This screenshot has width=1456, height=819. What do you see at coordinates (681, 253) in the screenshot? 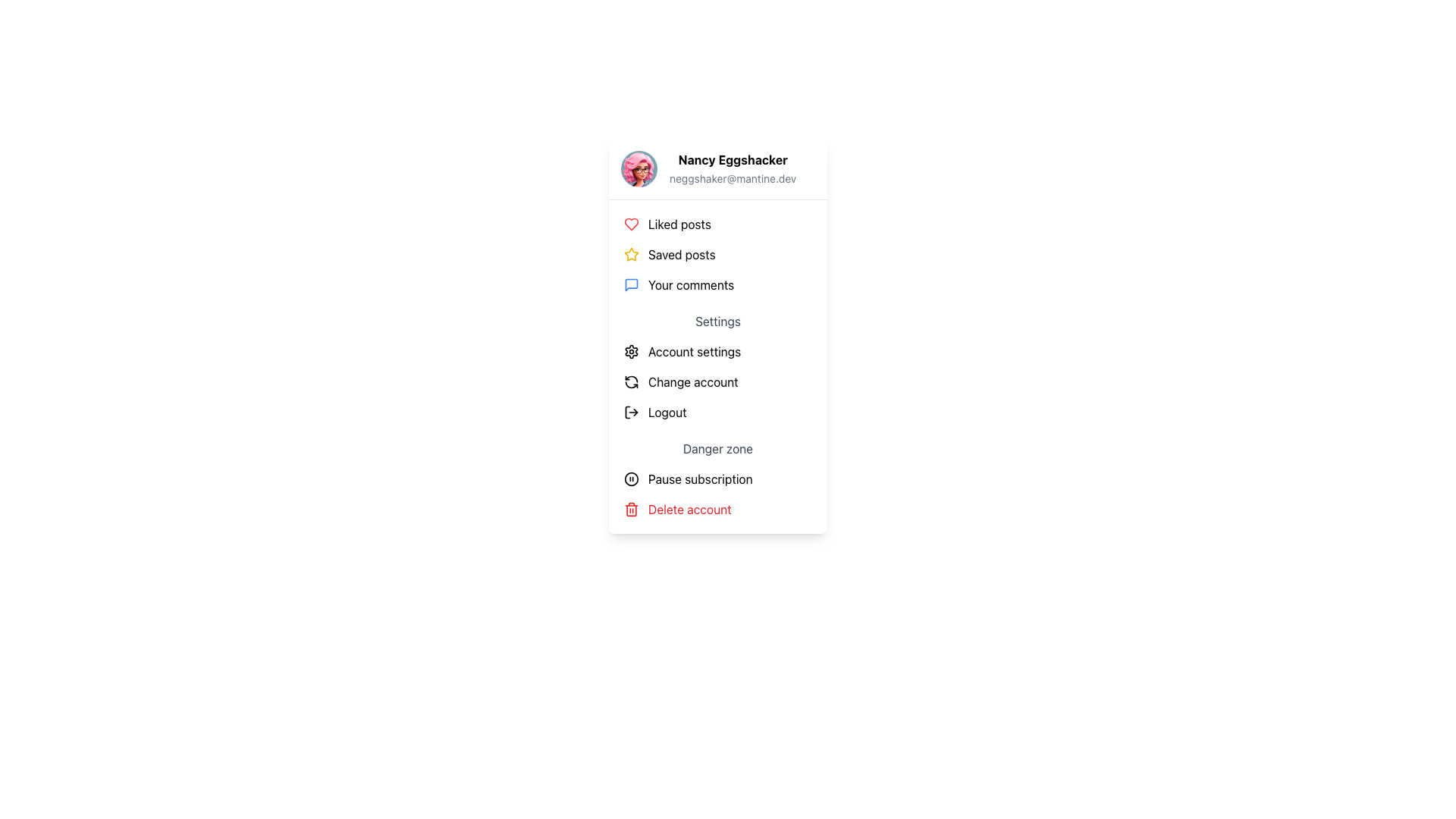
I see `the Menu item labeled as the second entry in the right-side menu, which is positioned beneath 'Liked posts' and above 'Your comments'` at bounding box center [681, 253].